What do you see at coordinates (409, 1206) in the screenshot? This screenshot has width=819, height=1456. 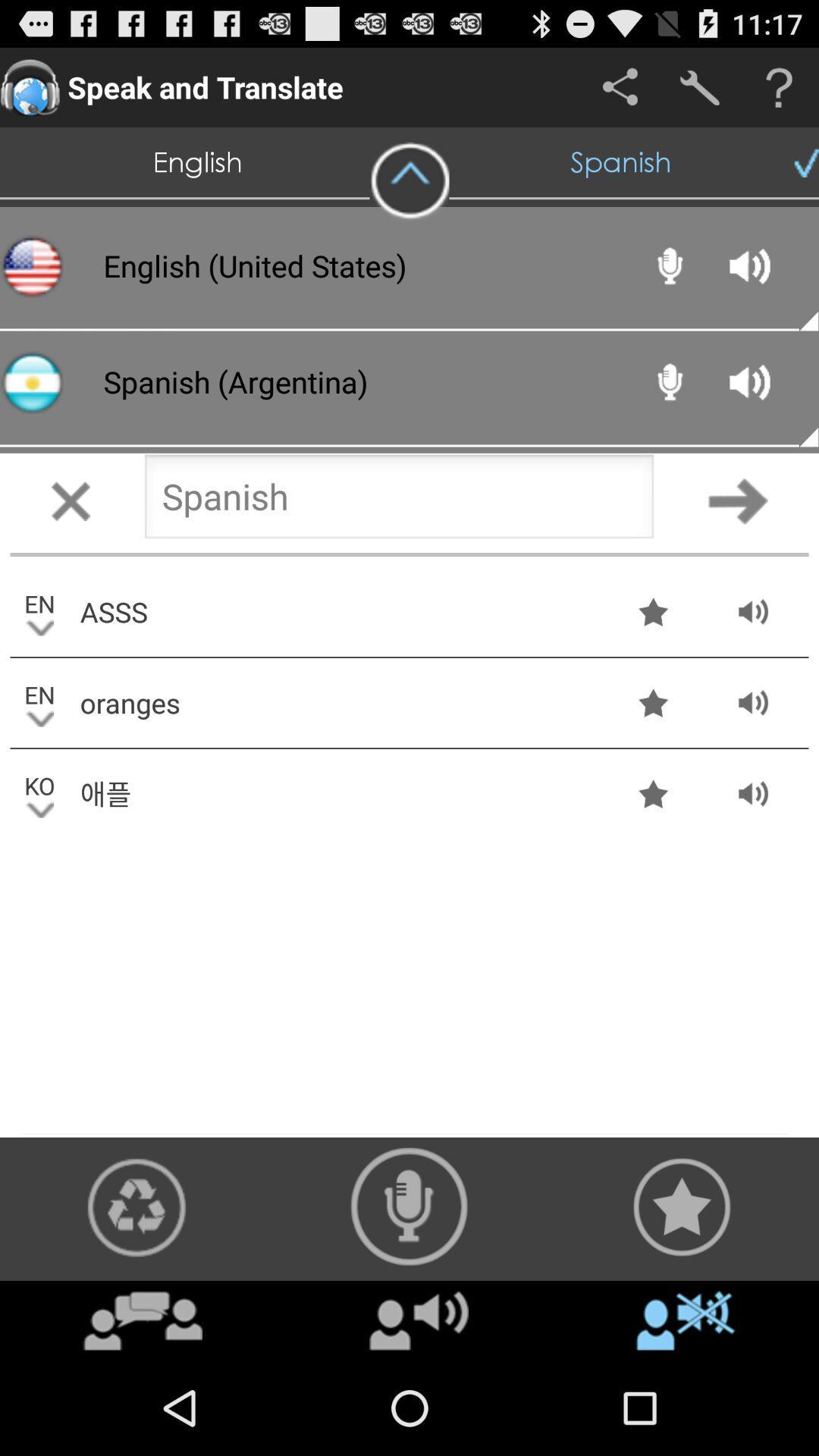 I see `speaker` at bounding box center [409, 1206].